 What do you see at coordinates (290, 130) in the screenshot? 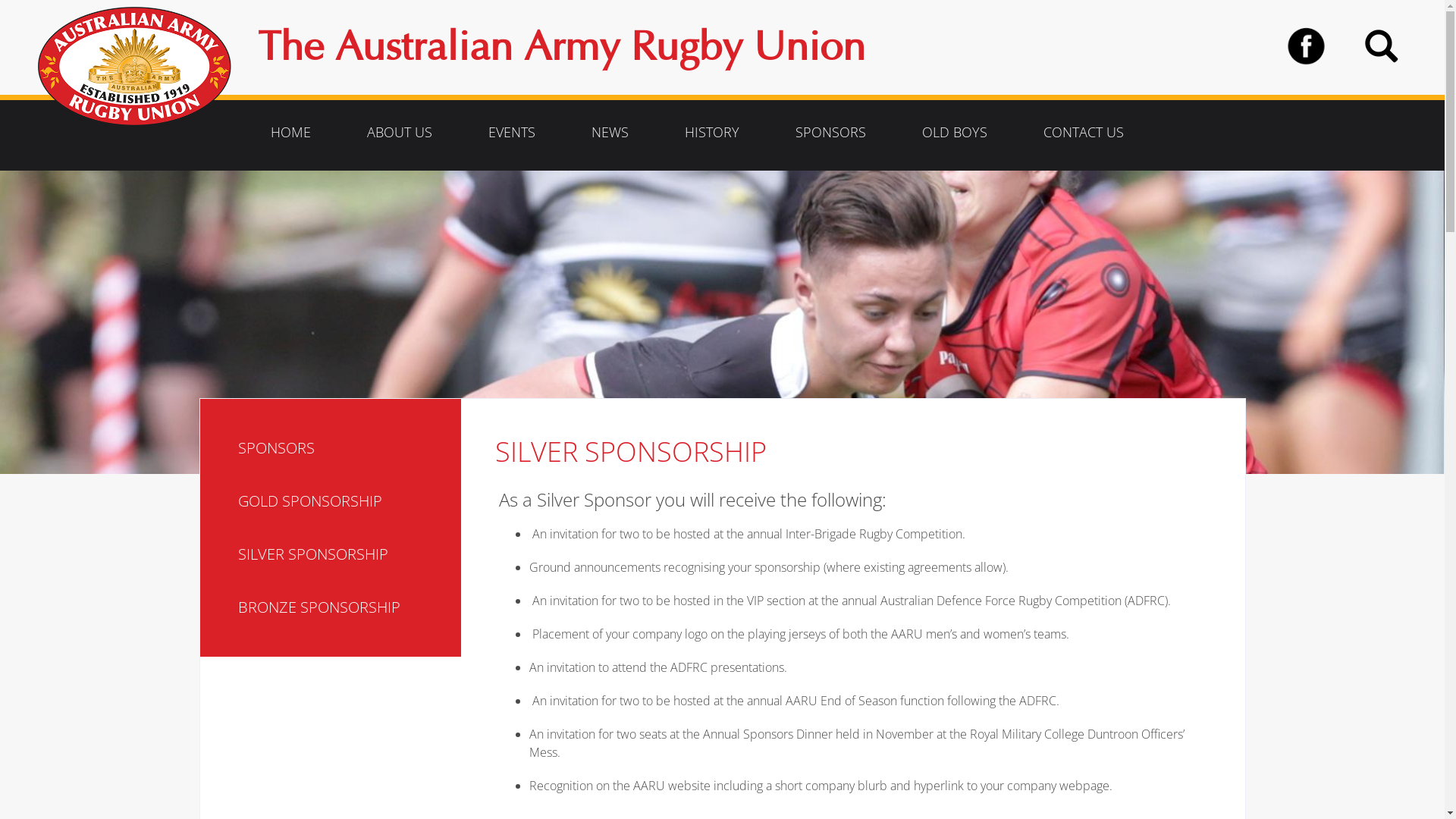
I see `'HOME'` at bounding box center [290, 130].